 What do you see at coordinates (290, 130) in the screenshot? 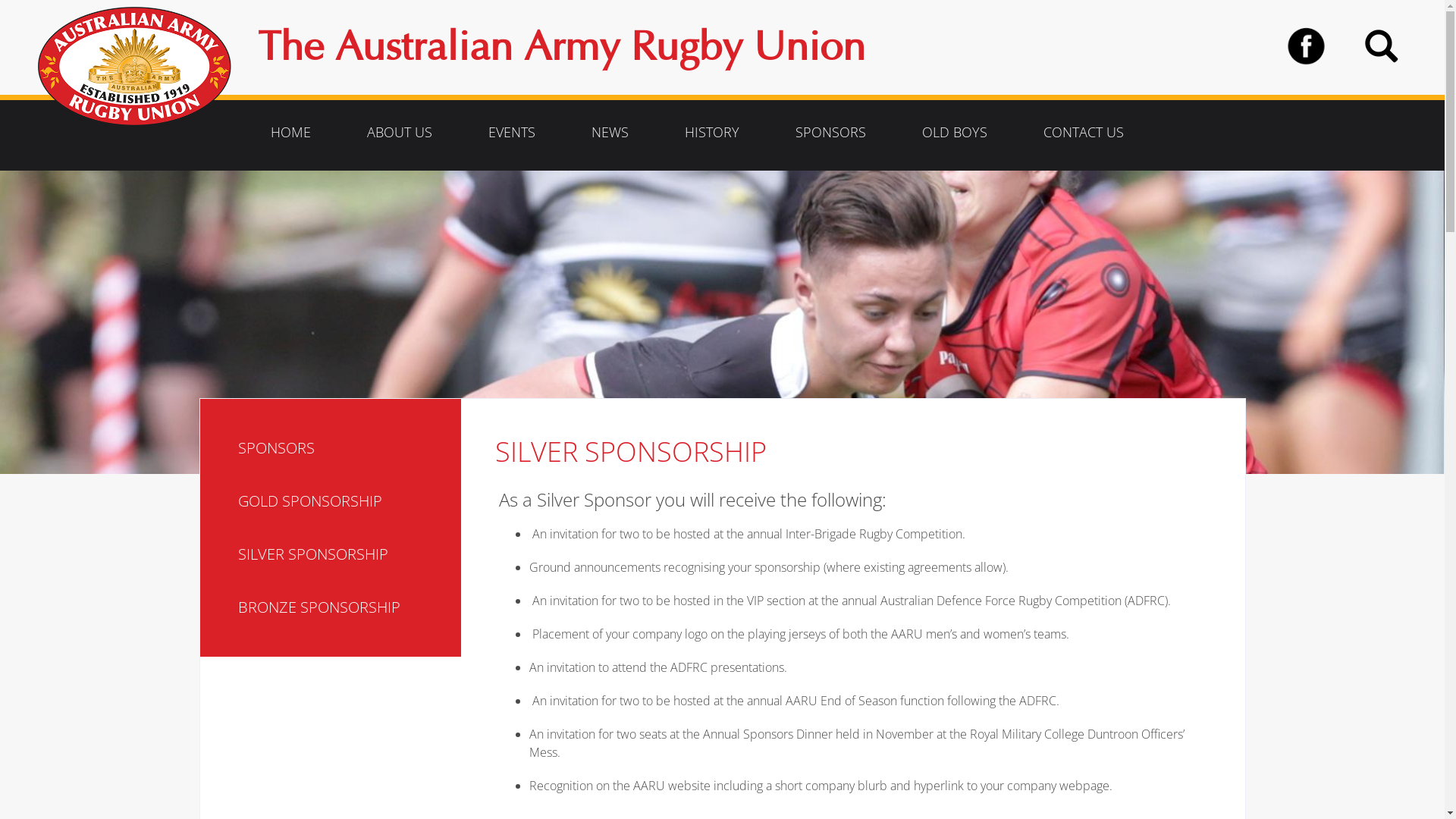
I see `'HOME'` at bounding box center [290, 130].